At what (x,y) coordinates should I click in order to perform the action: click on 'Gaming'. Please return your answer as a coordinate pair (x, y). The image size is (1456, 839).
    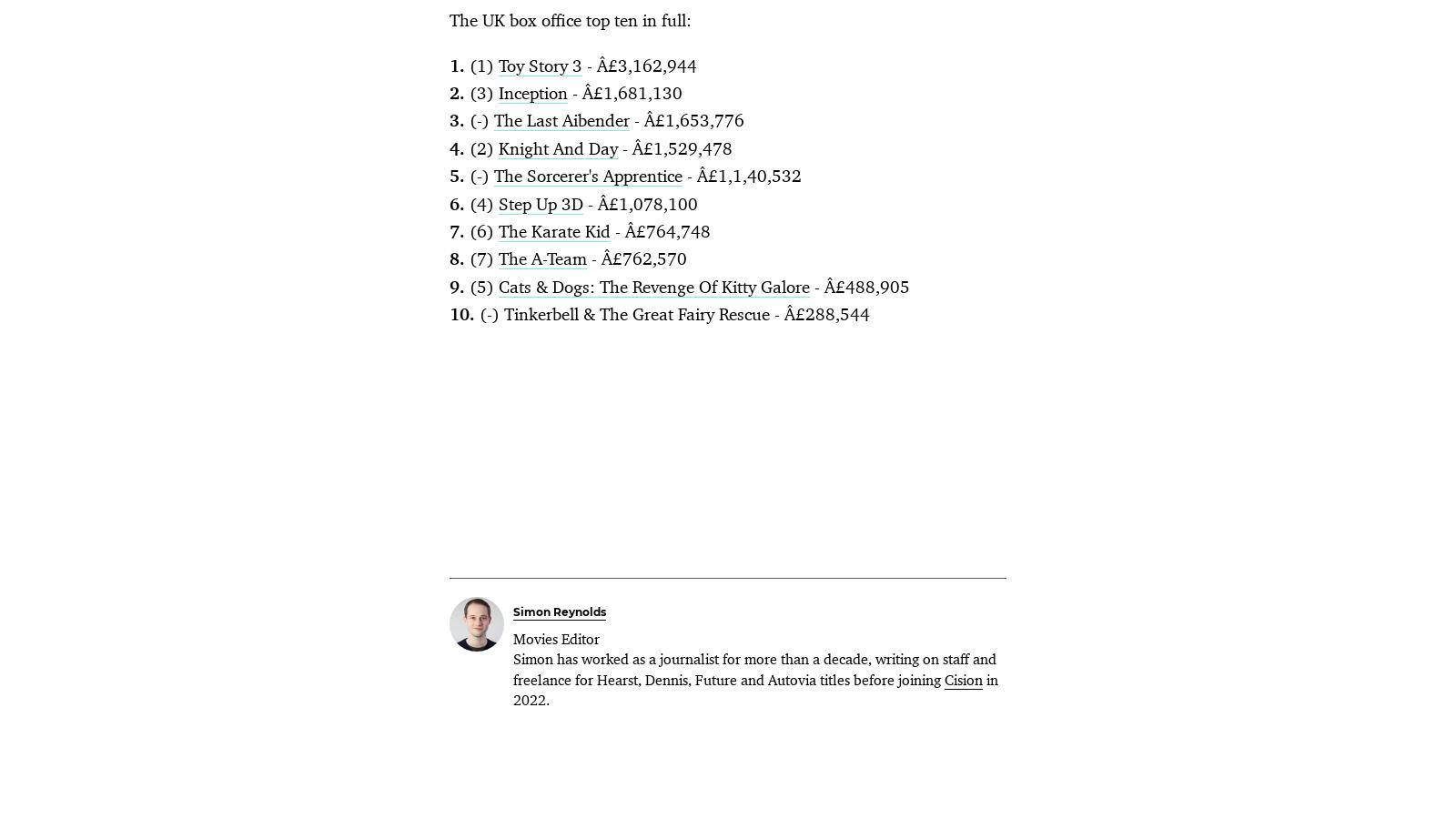
    Looking at the image, I should click on (1005, 258).